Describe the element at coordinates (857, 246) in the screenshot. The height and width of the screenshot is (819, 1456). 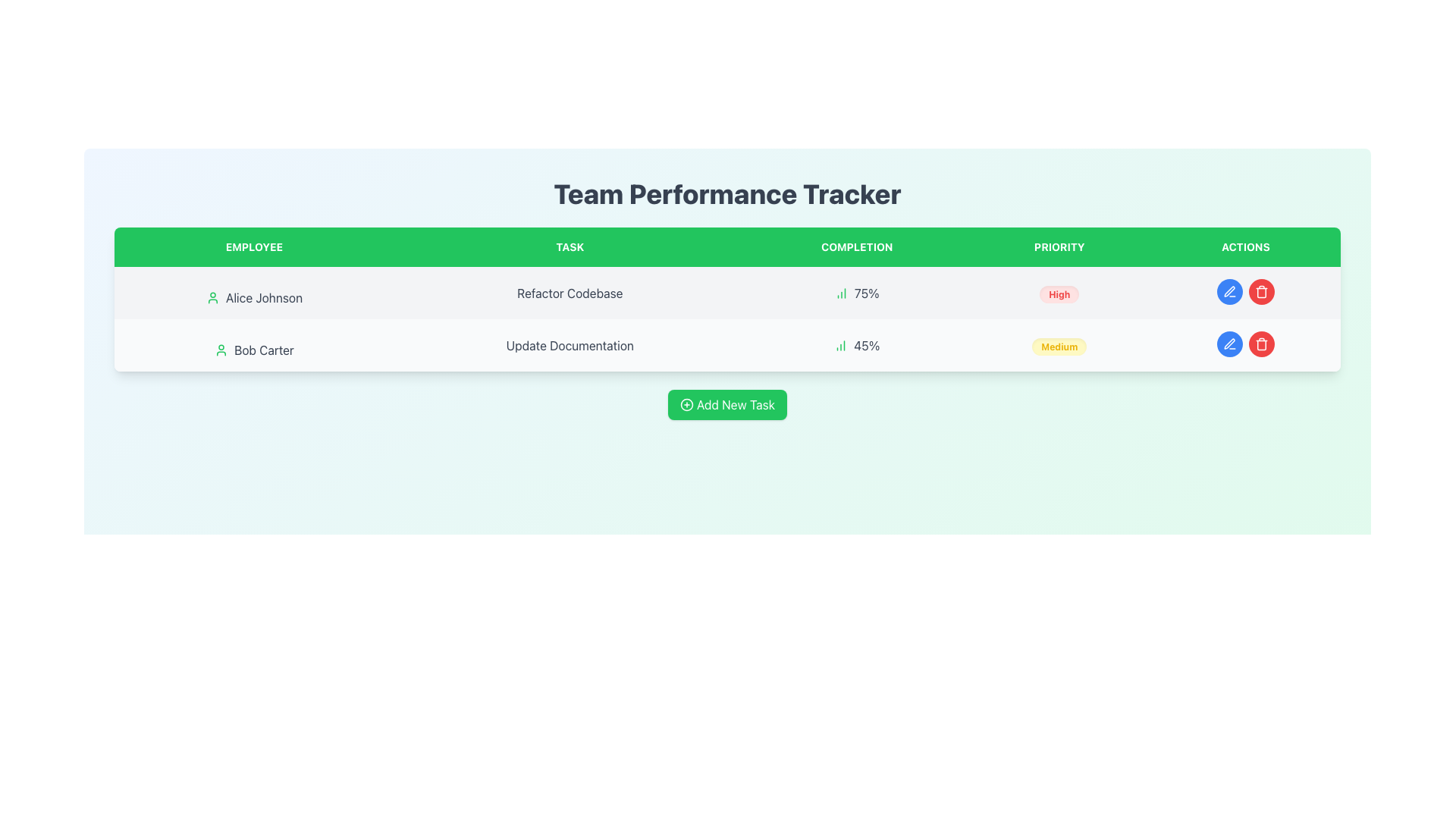
I see `the 'COMPLETION' text label, which is a rectangular green background with uppercase white letters, centrally aligned and positioned between 'Task' and 'Priority' labels` at that location.